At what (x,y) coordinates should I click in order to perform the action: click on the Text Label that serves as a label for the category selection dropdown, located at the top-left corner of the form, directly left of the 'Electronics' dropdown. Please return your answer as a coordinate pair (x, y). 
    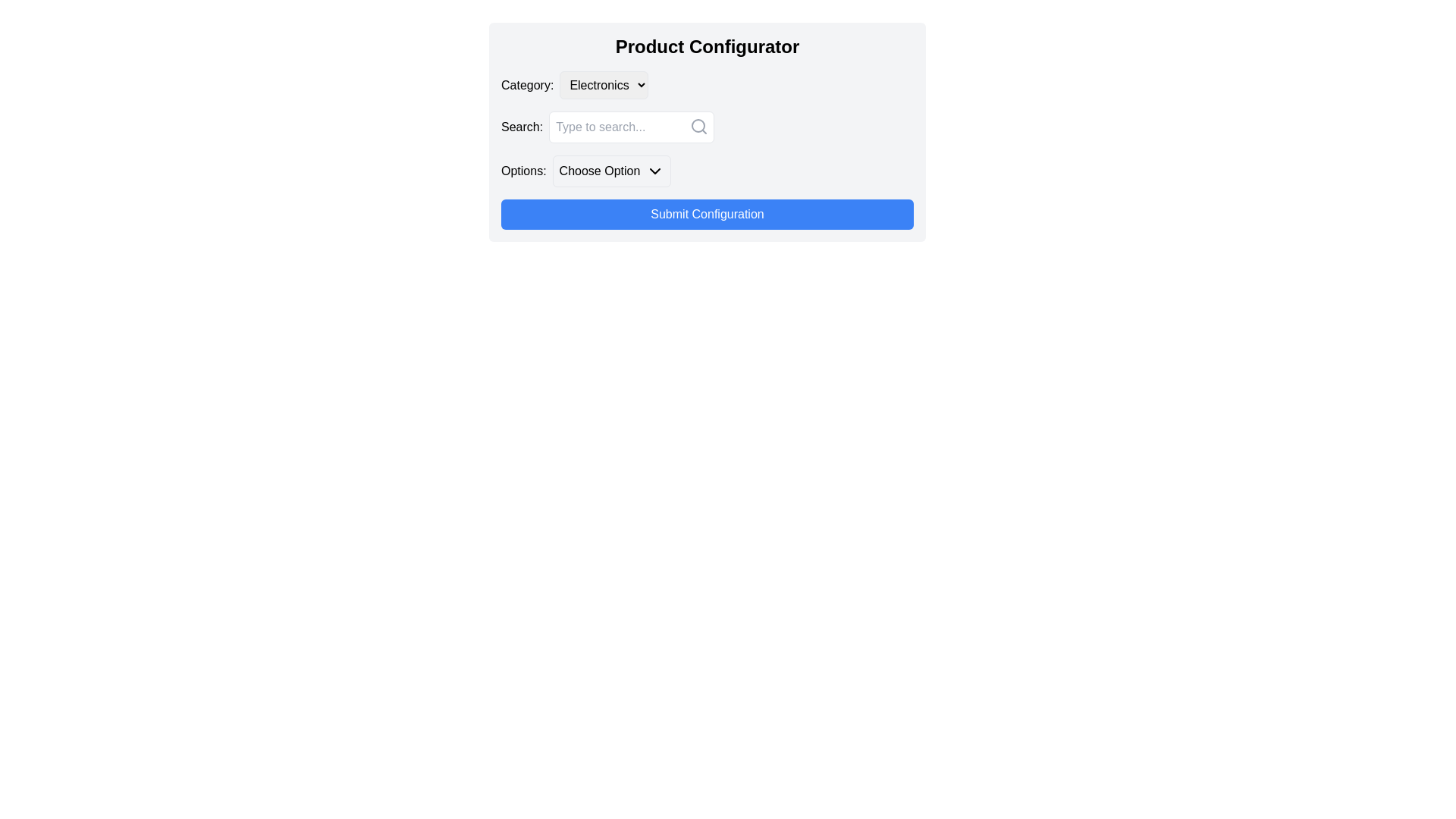
    Looking at the image, I should click on (527, 85).